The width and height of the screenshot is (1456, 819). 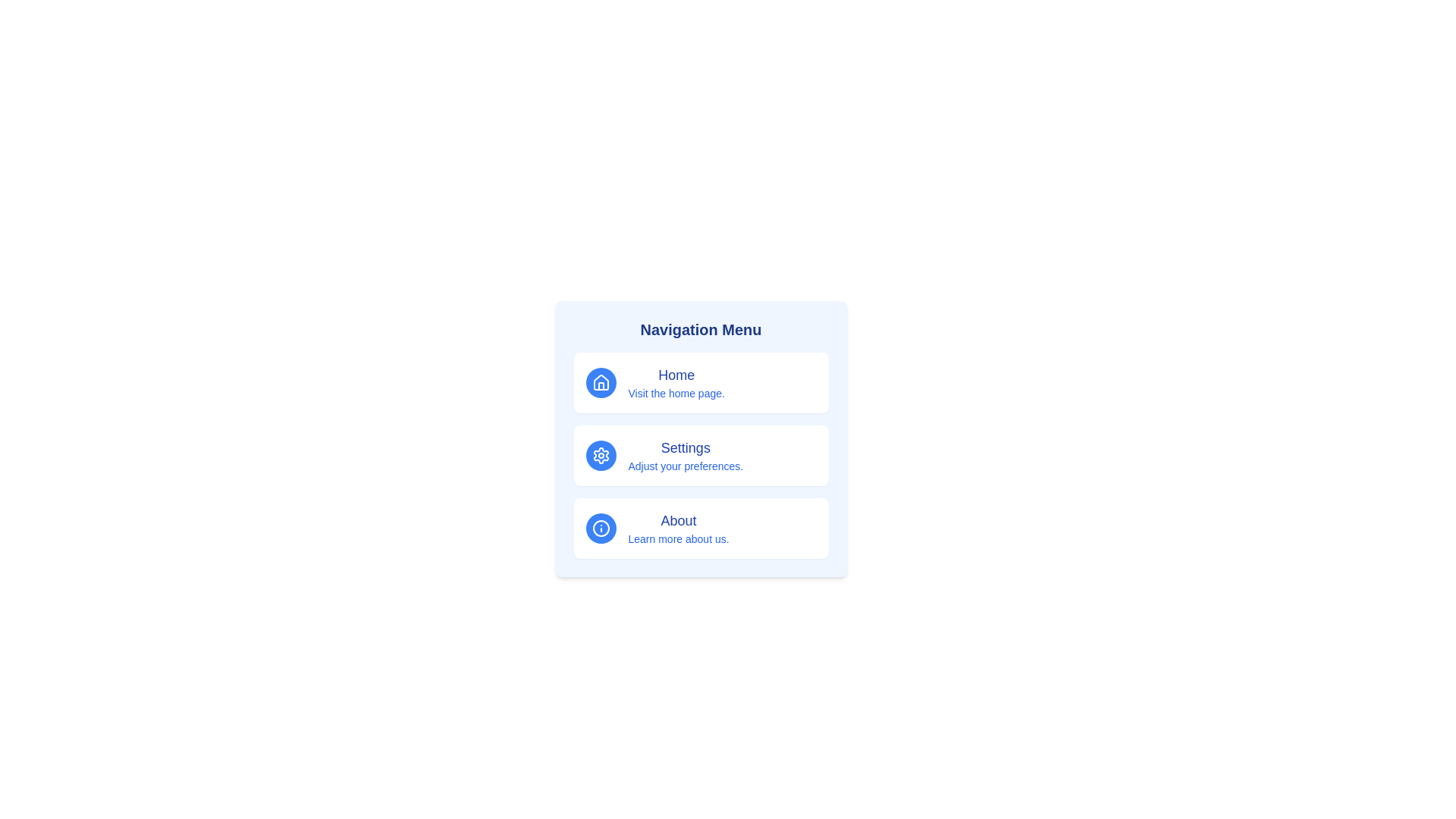 I want to click on the 'Home' text label, which serves as a title or identifier for the homepage section in the navigation menu, so click(x=676, y=375).